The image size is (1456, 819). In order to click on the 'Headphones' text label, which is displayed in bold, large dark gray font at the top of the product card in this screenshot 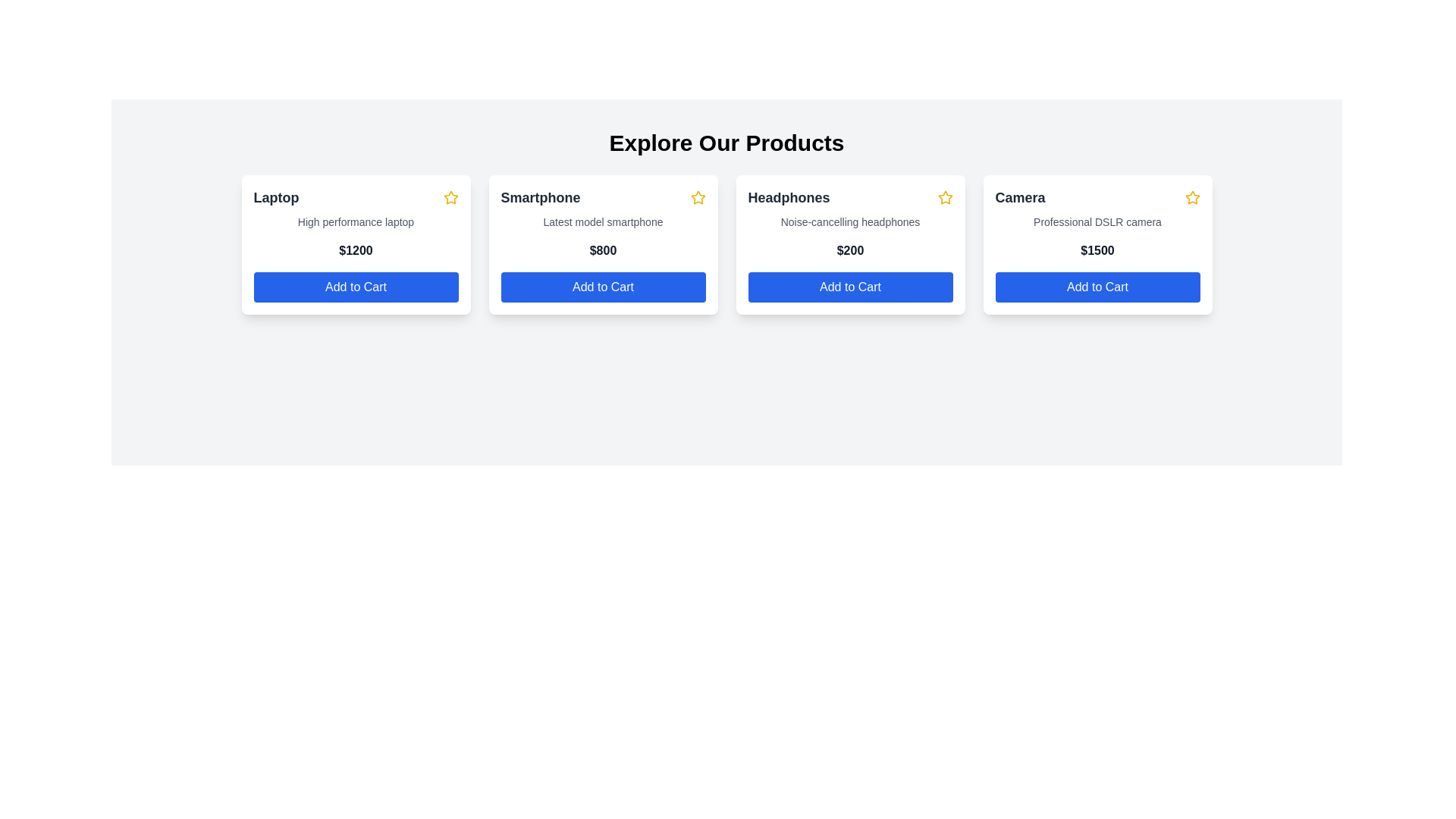, I will do `click(789, 197)`.